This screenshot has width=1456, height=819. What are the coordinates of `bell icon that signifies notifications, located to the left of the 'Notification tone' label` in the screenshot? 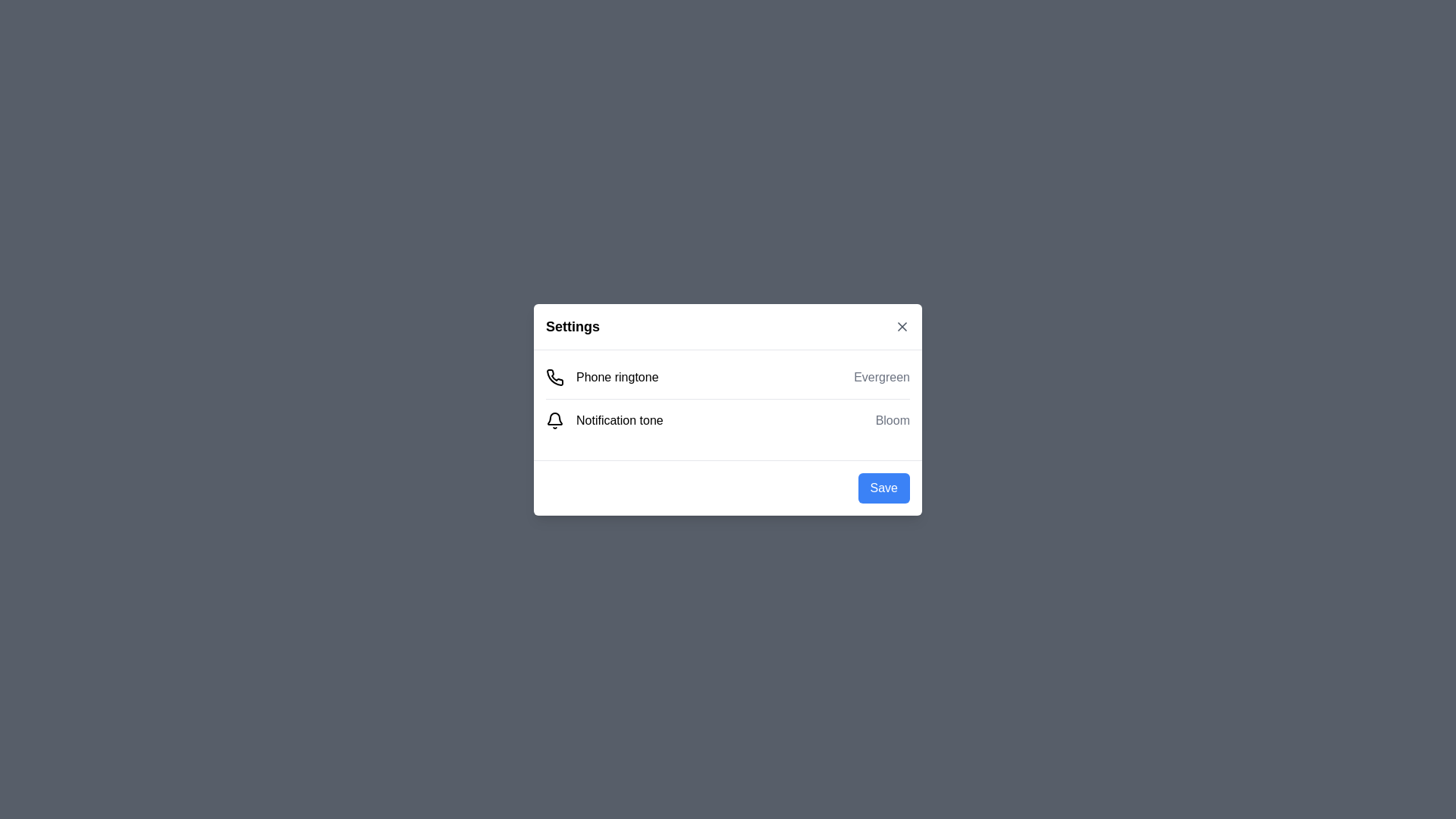 It's located at (554, 420).